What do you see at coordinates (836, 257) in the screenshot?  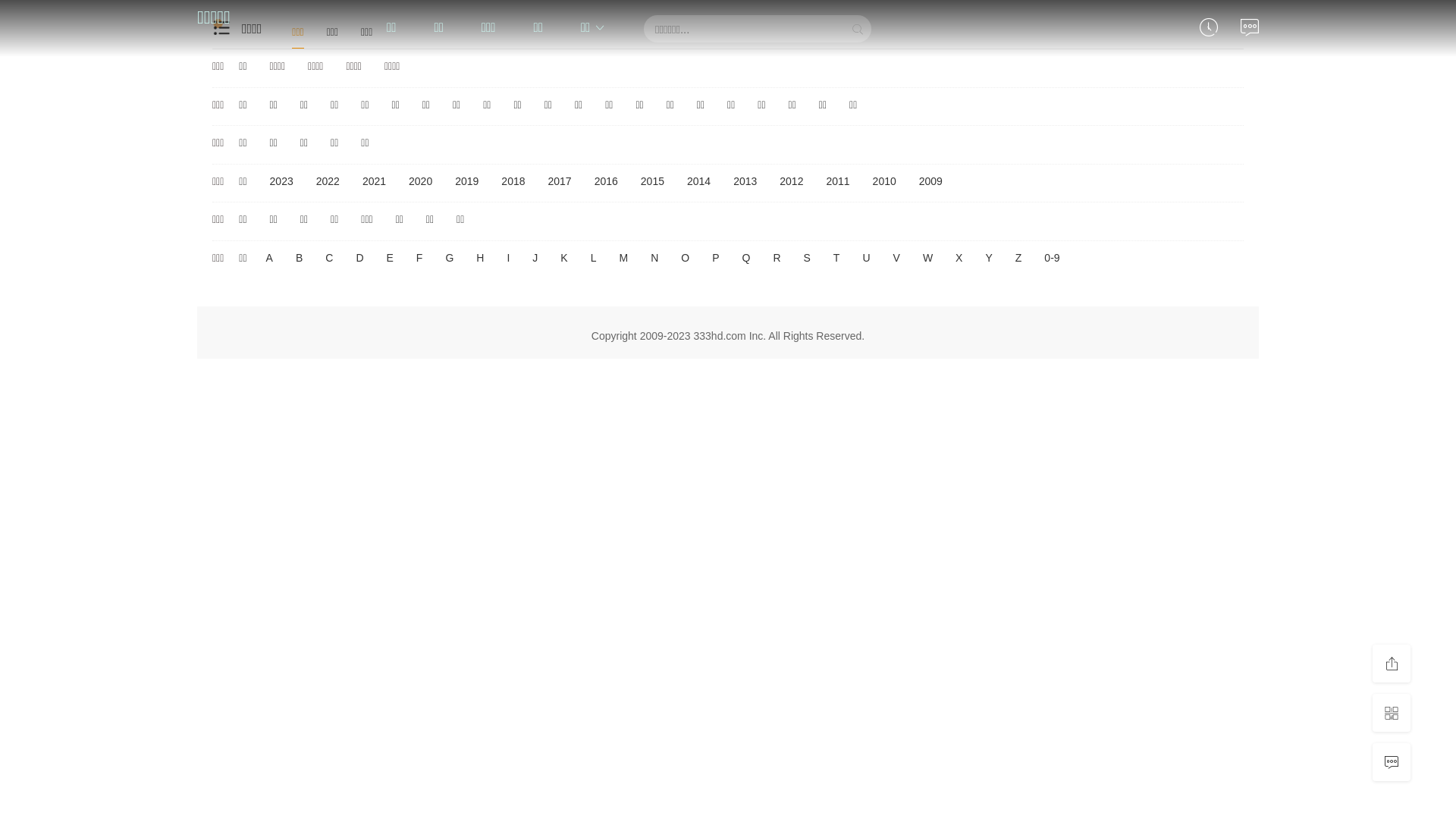 I see `'T'` at bounding box center [836, 257].